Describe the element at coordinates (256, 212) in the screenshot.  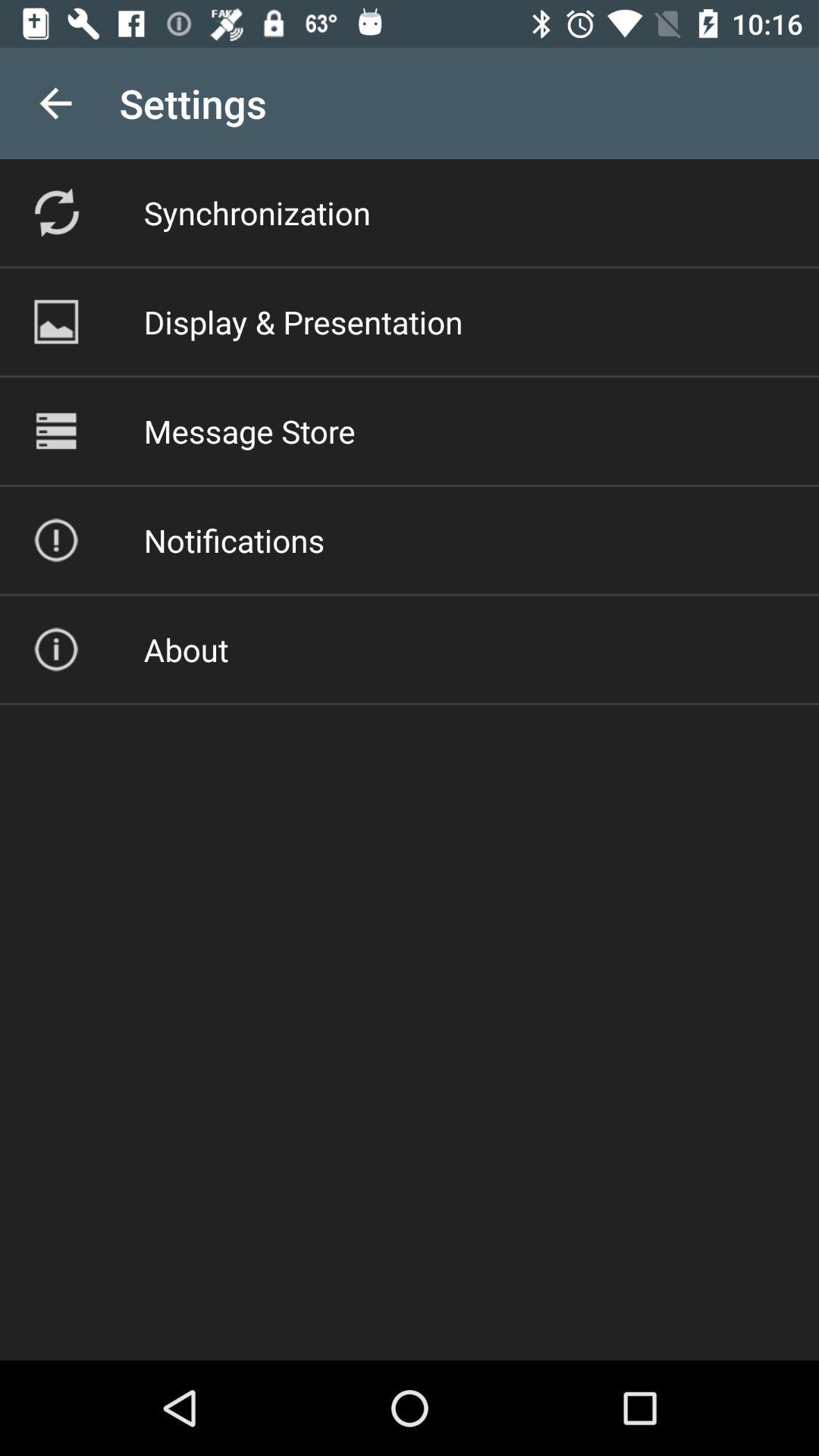
I see `the icon below settings icon` at that location.